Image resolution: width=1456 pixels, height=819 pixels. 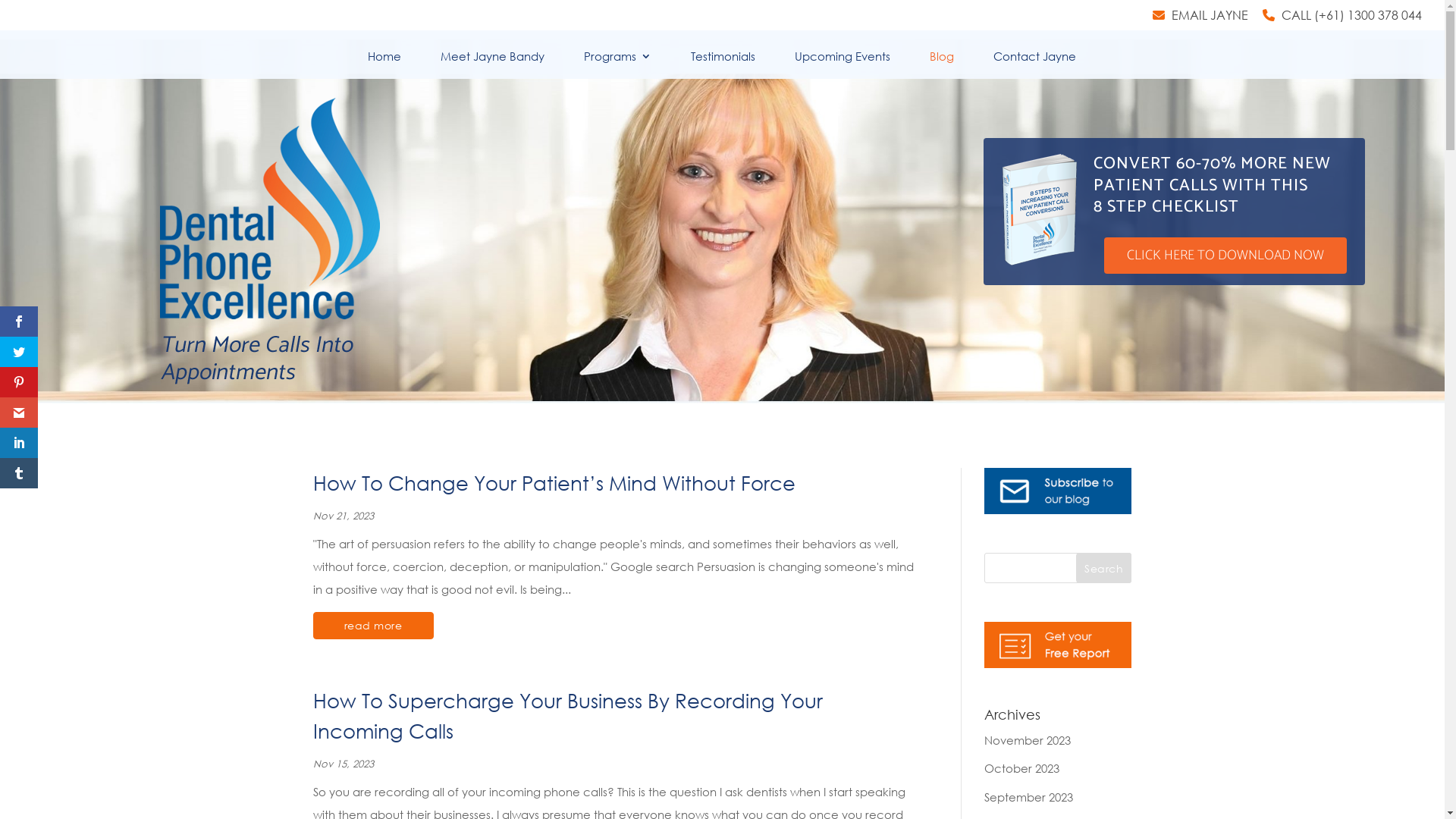 What do you see at coordinates (1103, 567) in the screenshot?
I see `'Search'` at bounding box center [1103, 567].